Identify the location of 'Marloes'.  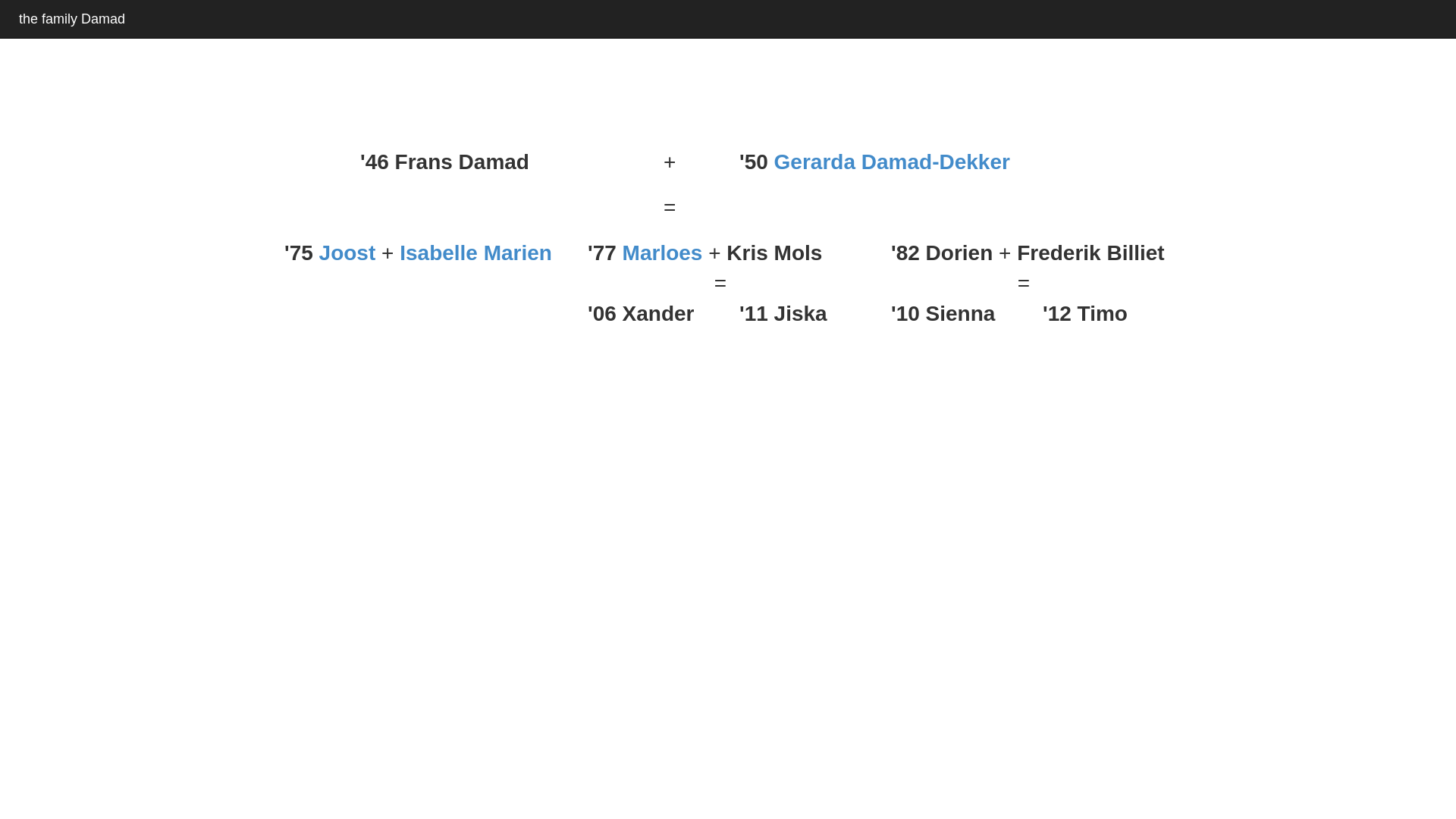
(622, 252).